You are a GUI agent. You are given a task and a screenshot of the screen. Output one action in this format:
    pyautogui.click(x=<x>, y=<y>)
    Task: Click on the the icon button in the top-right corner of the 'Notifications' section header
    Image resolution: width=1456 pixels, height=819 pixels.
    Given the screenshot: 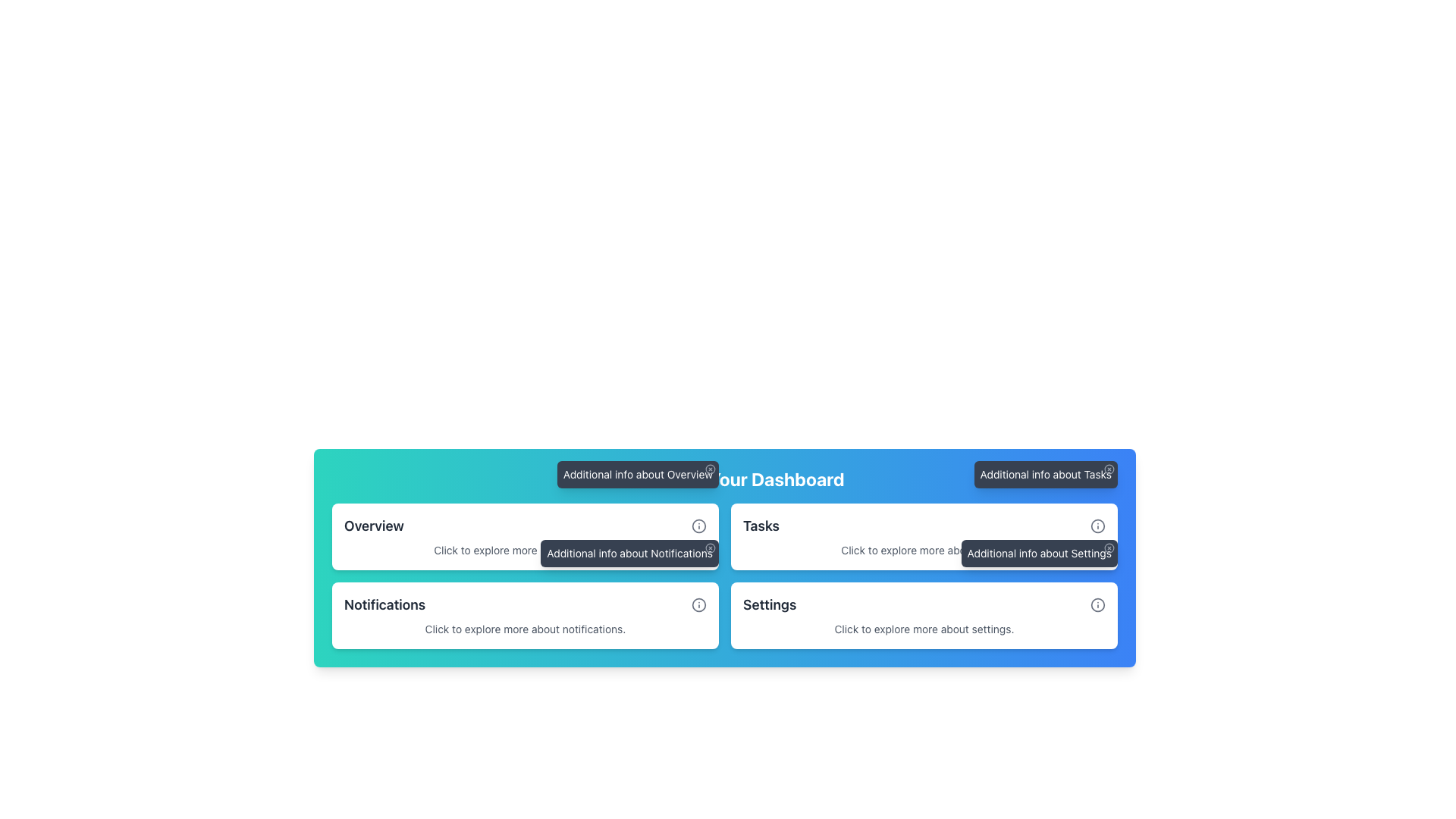 What is the action you would take?
    pyautogui.click(x=698, y=604)
    